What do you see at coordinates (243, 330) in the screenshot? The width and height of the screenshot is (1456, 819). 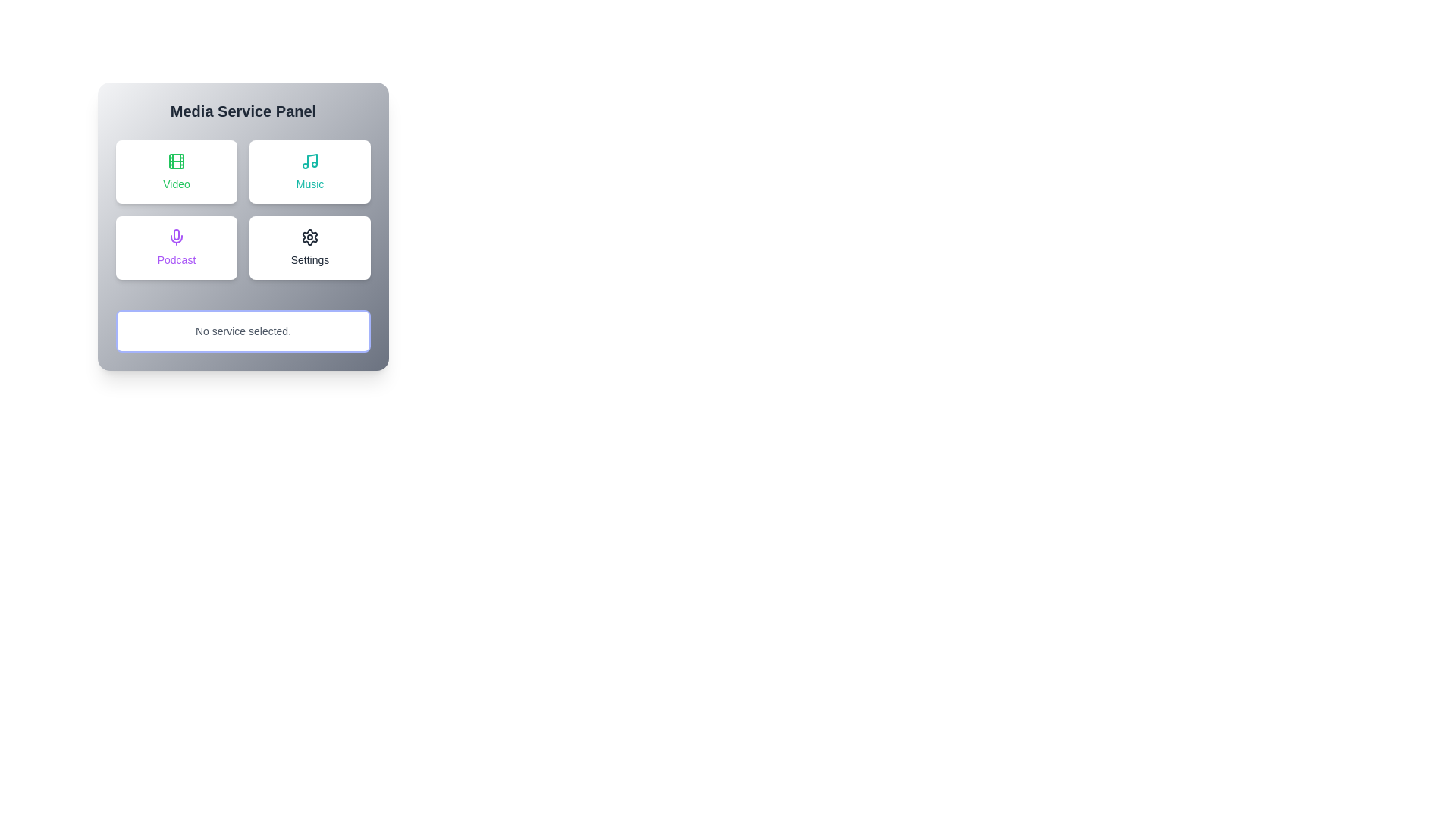 I see `the Static Text Label indicating no service is currently selected, located in the center-bottom section of the Media Service Panel` at bounding box center [243, 330].